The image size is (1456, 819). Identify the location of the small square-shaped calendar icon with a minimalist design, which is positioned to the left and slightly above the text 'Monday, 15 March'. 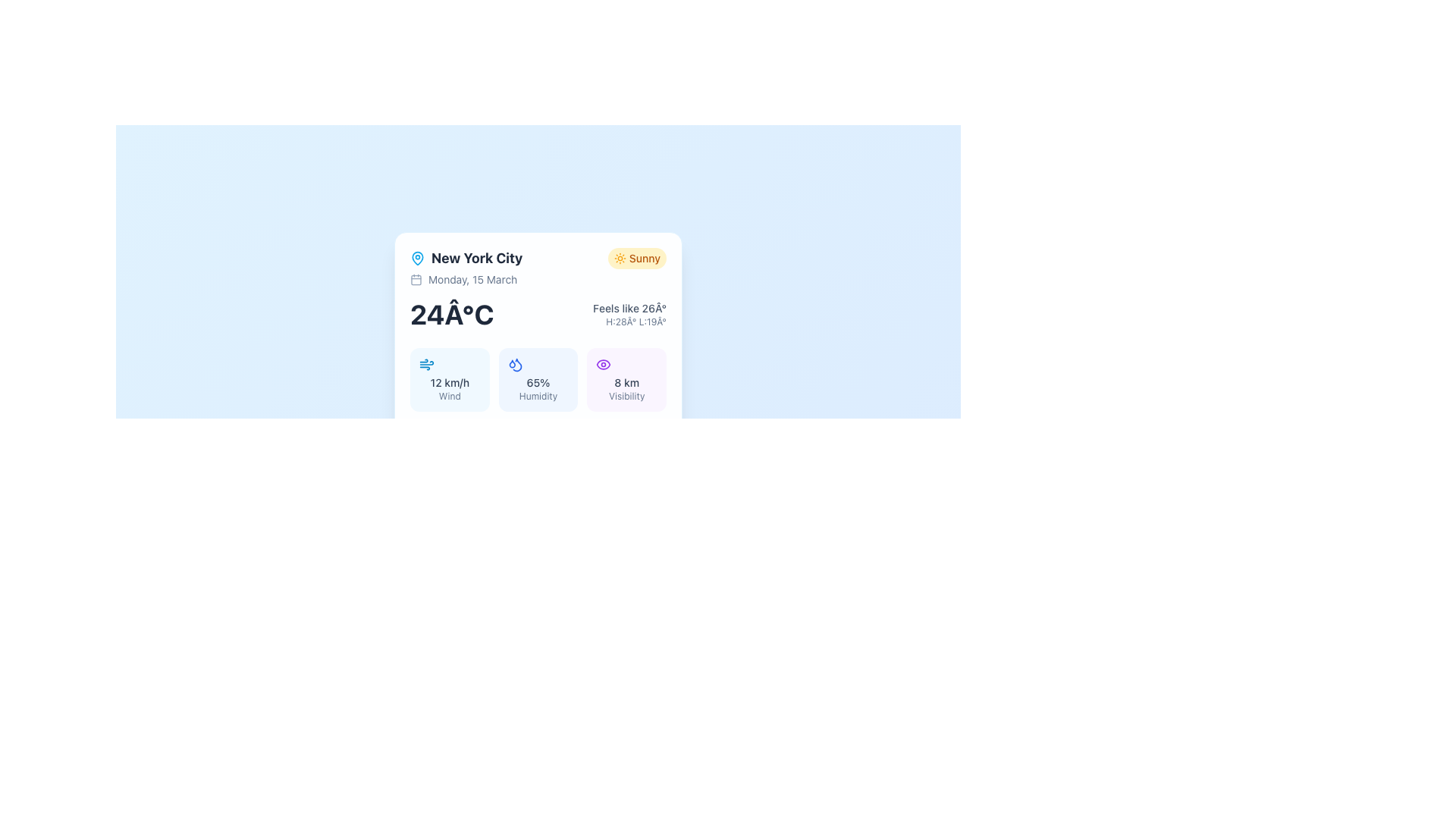
(416, 280).